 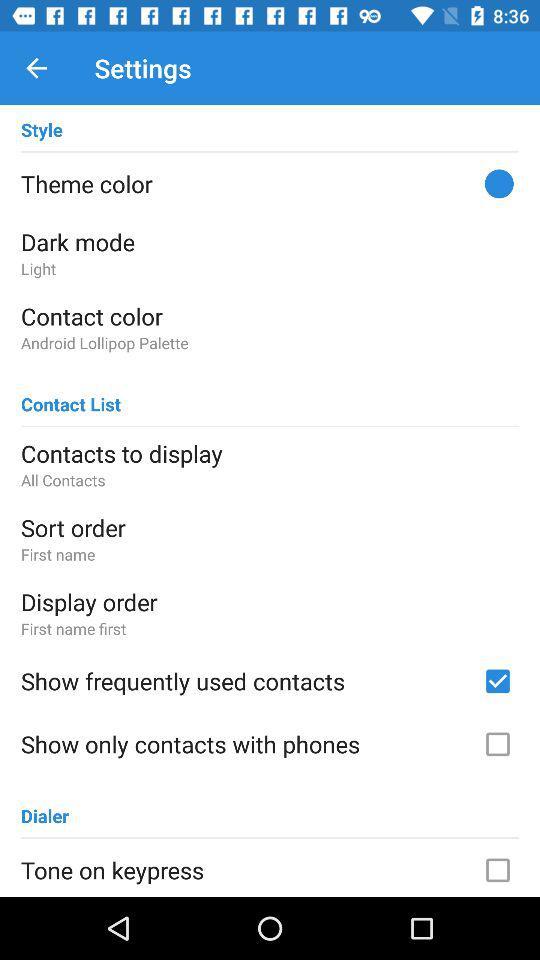 I want to click on the display order, so click(x=270, y=601).